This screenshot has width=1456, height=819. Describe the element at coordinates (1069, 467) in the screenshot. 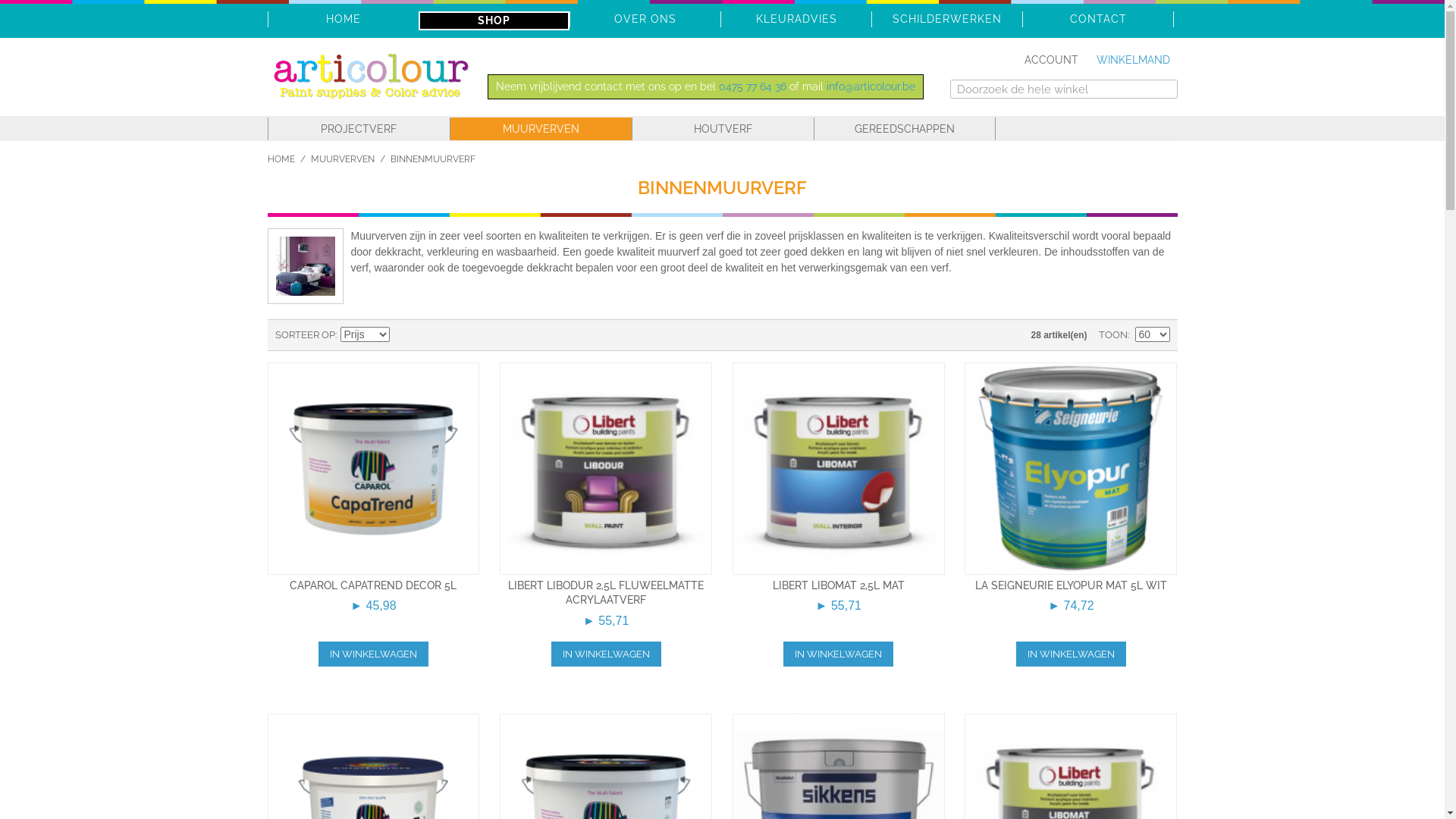

I see `'La Seigneurie Elyopur mat 5l wit'` at that location.